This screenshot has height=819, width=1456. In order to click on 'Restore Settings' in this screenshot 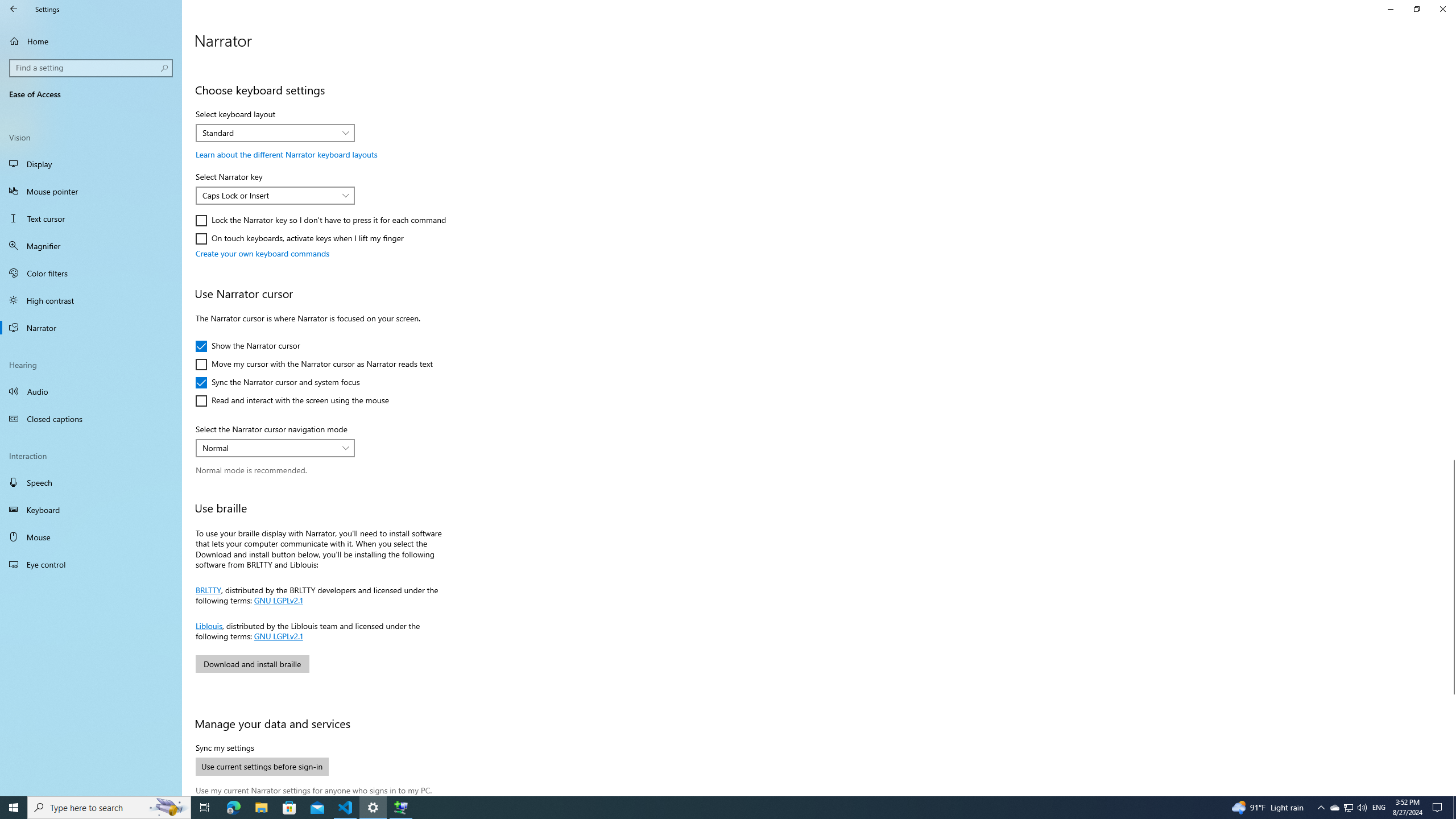, I will do `click(1416, 9)`.